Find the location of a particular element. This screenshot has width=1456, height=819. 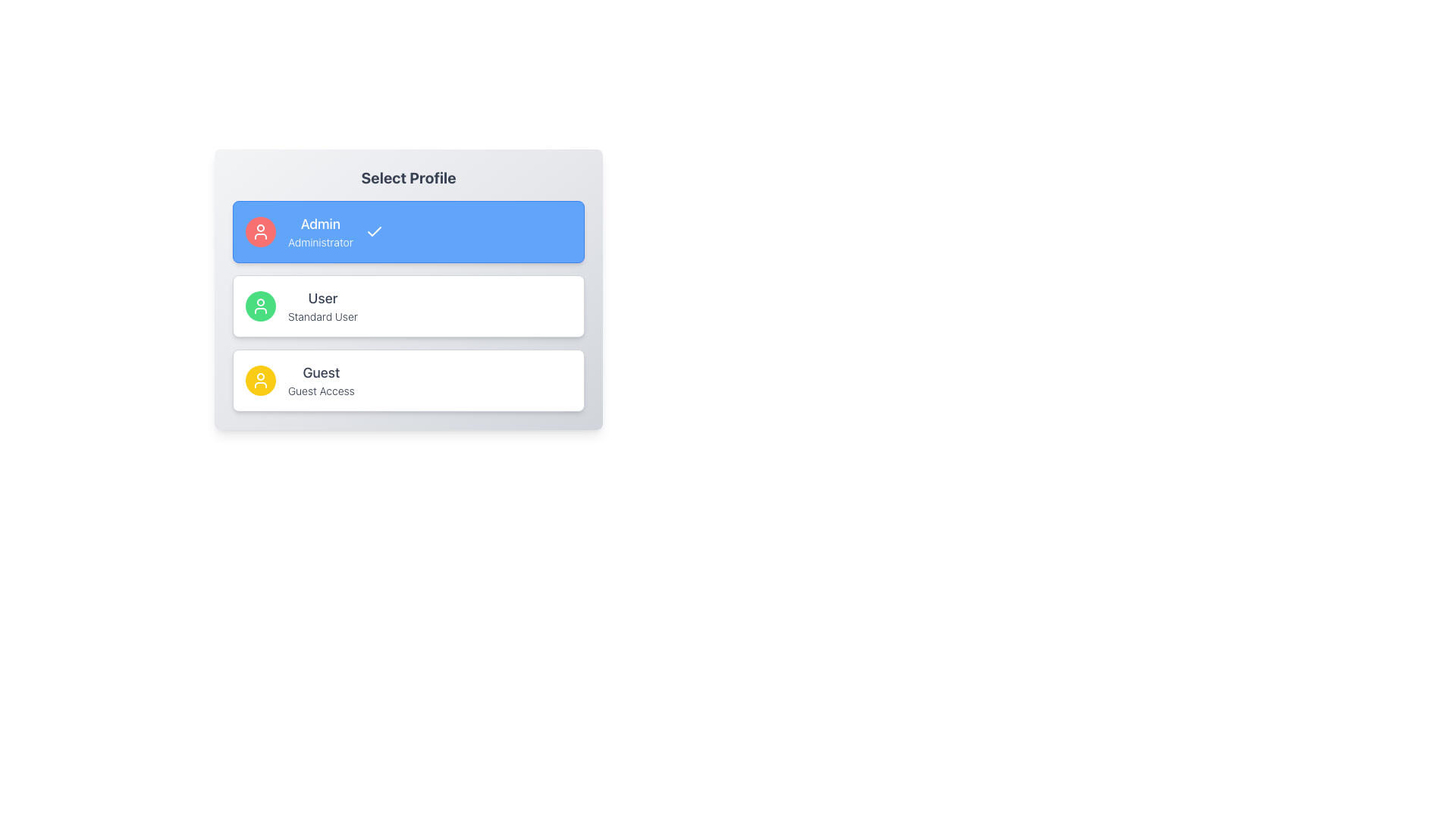

user type label located in the second profile option of the profile selection module, which is positioned between the 'Admin' and 'Guest' profile entries is located at coordinates (322, 306).